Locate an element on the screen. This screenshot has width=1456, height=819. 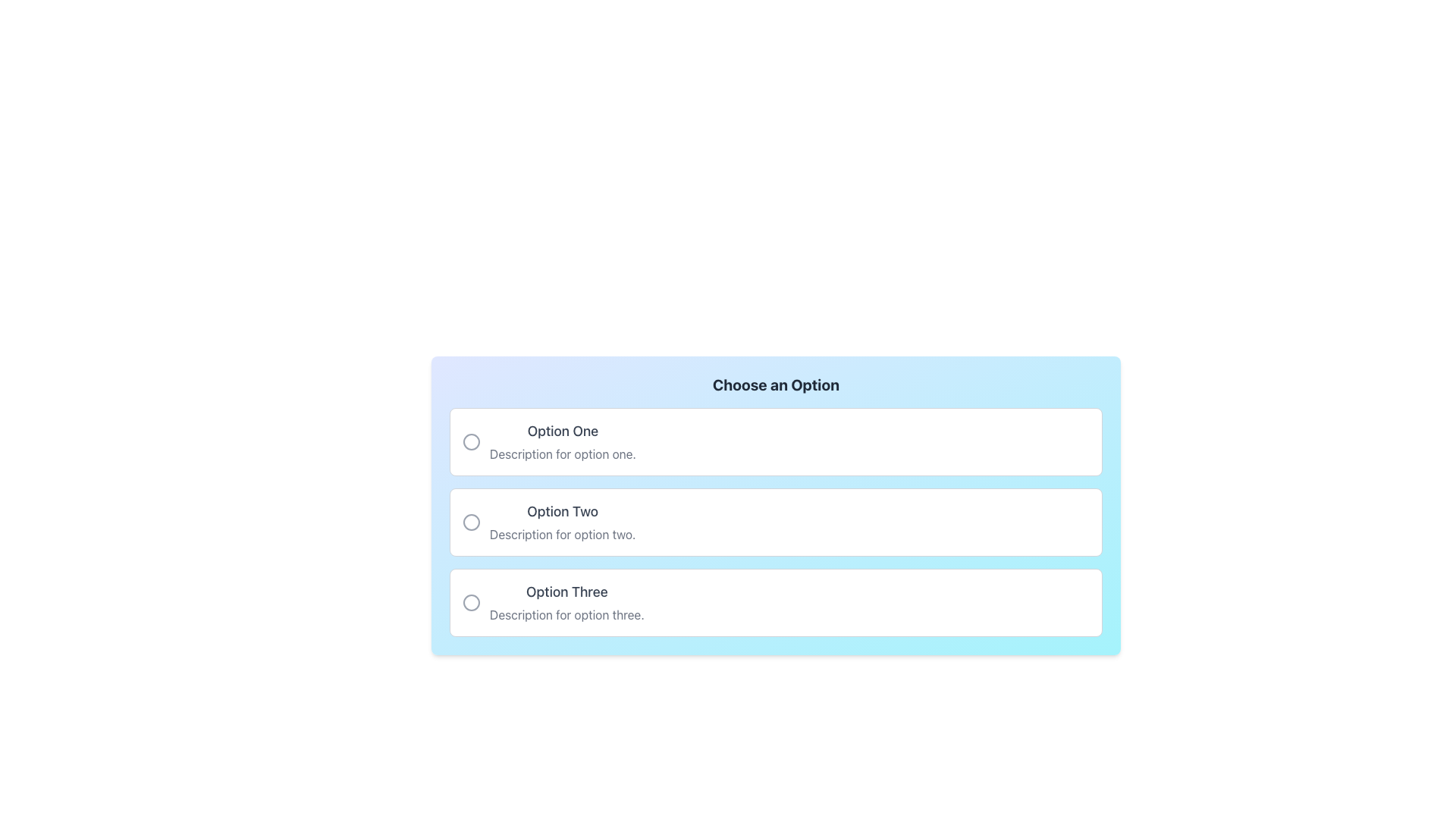
the text label displaying 'Option Three' which is styled in a medium-sized, gray-toned font and located in the third option group of a vertically stacked list is located at coordinates (566, 591).